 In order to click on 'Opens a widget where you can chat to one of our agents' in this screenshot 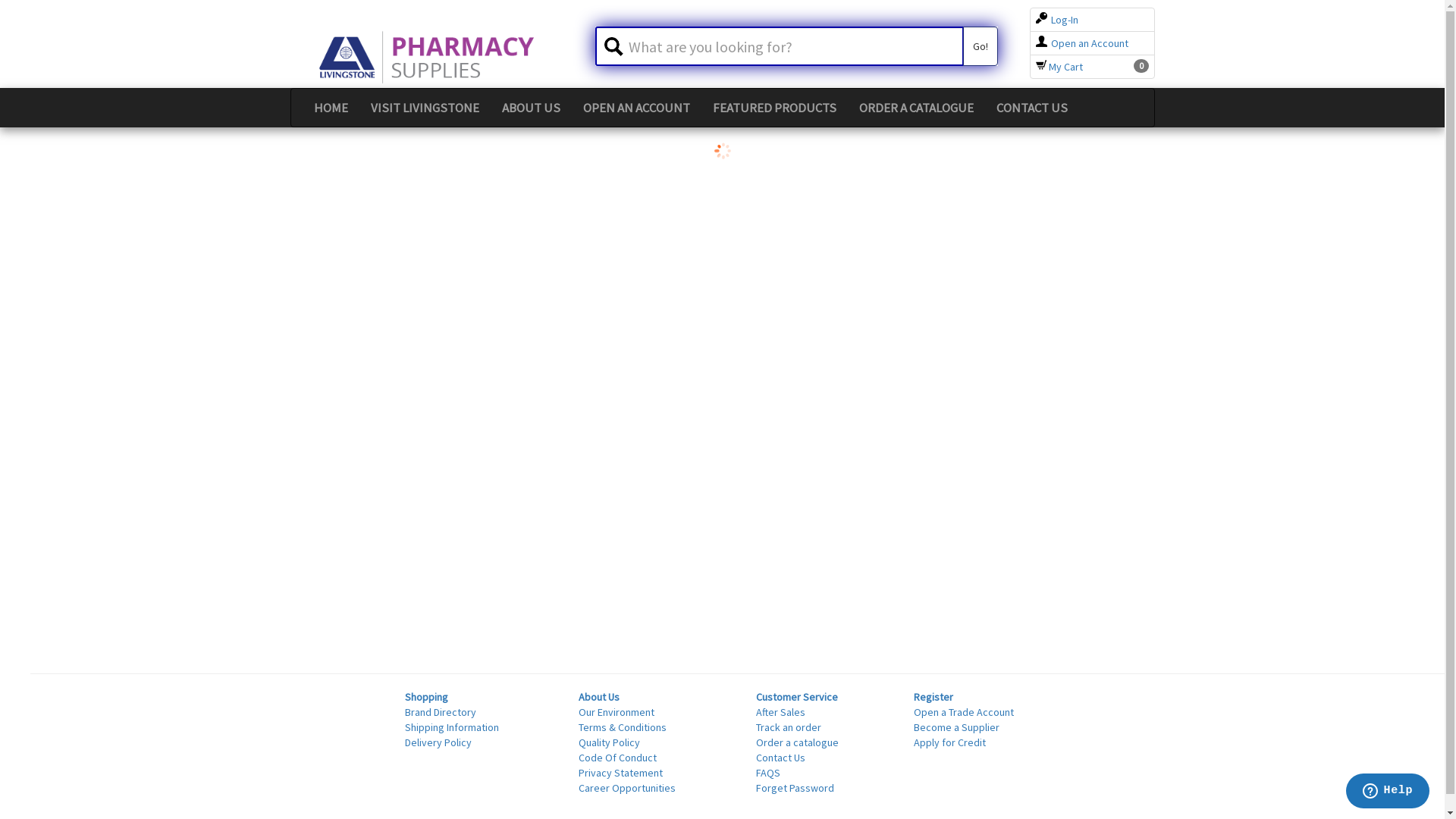, I will do `click(1387, 792)`.